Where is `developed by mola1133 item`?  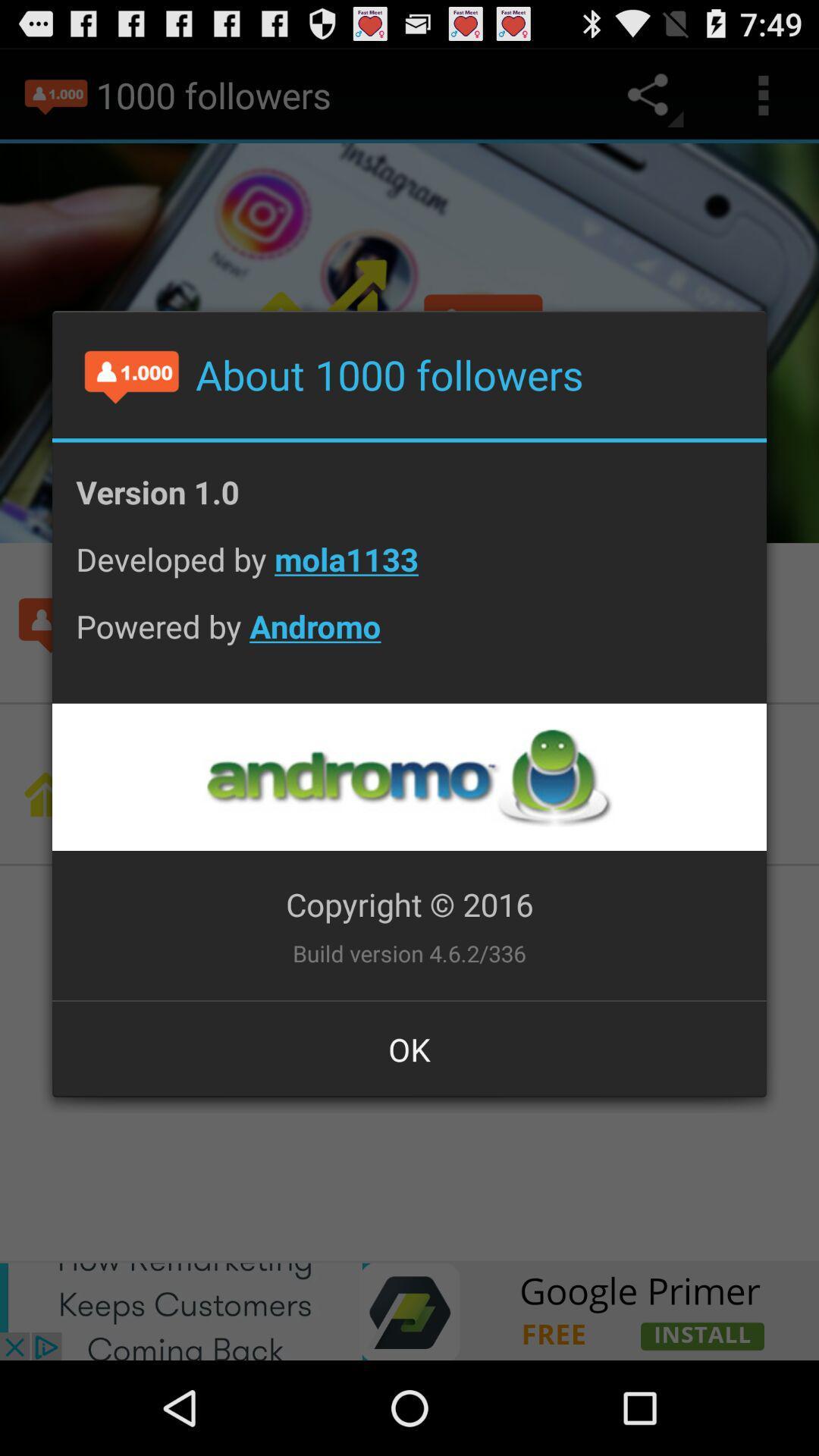
developed by mola1133 item is located at coordinates (409, 570).